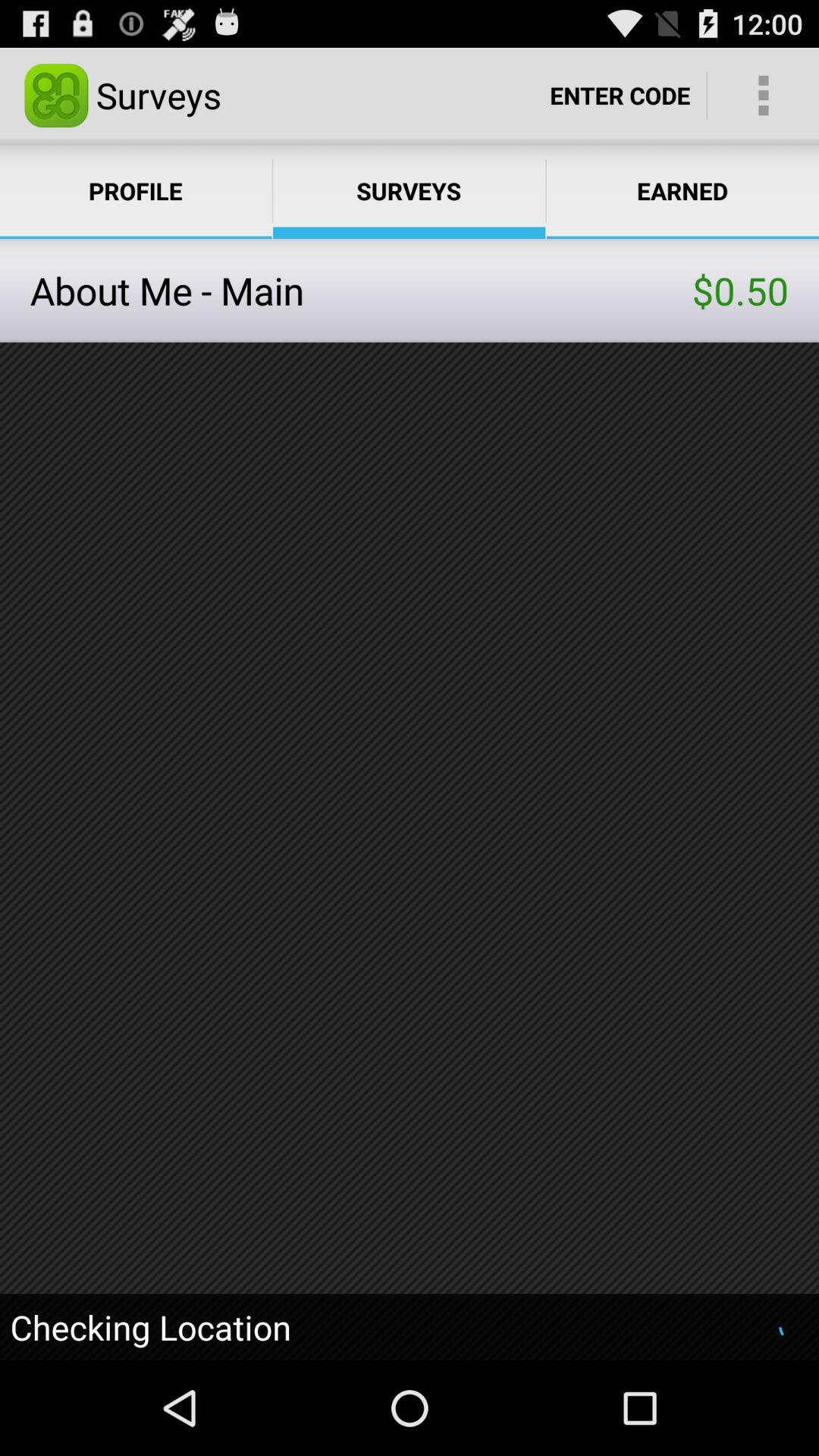  I want to click on enter code icon, so click(620, 94).